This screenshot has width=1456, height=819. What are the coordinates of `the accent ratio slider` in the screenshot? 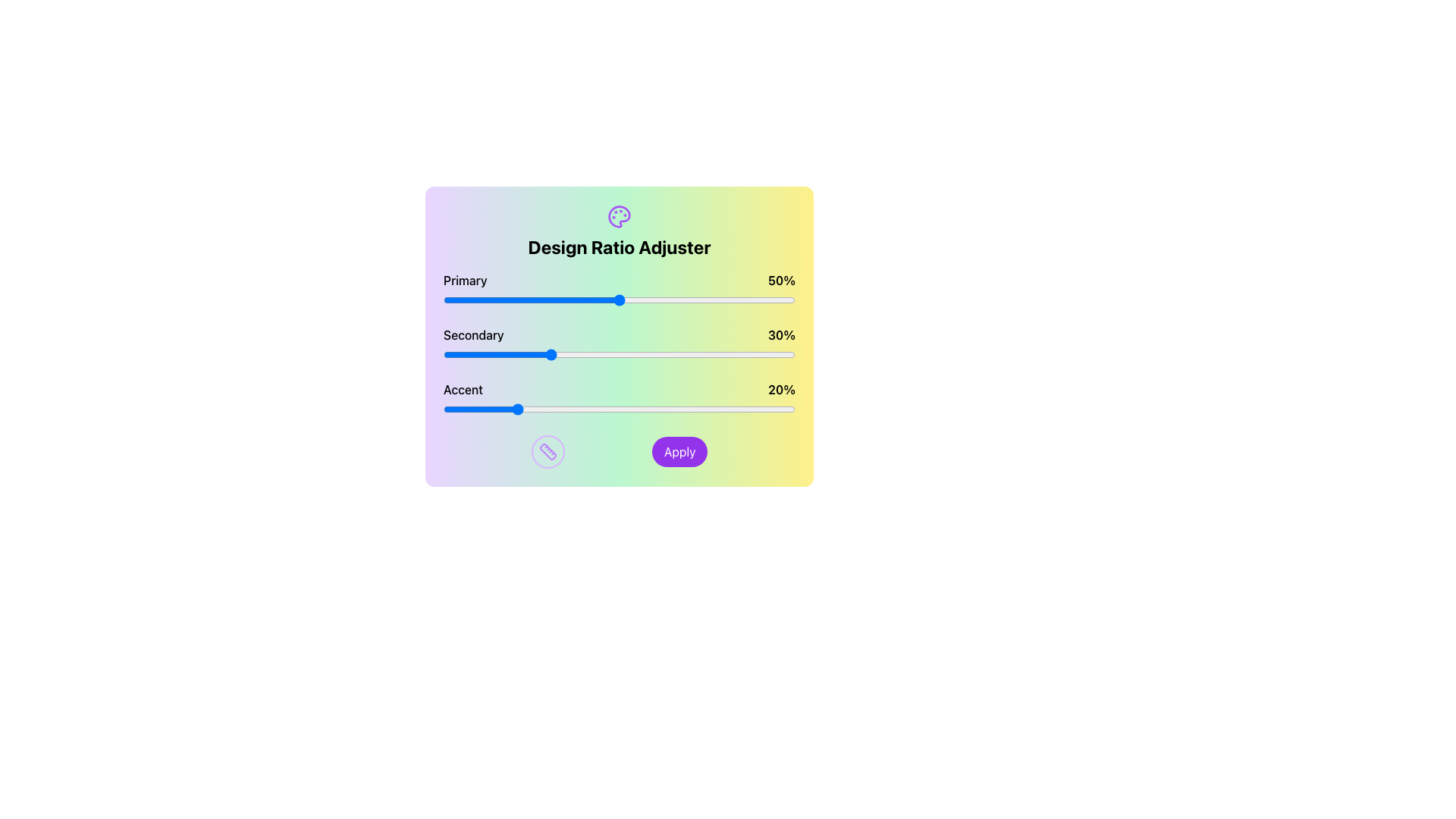 It's located at (492, 409).